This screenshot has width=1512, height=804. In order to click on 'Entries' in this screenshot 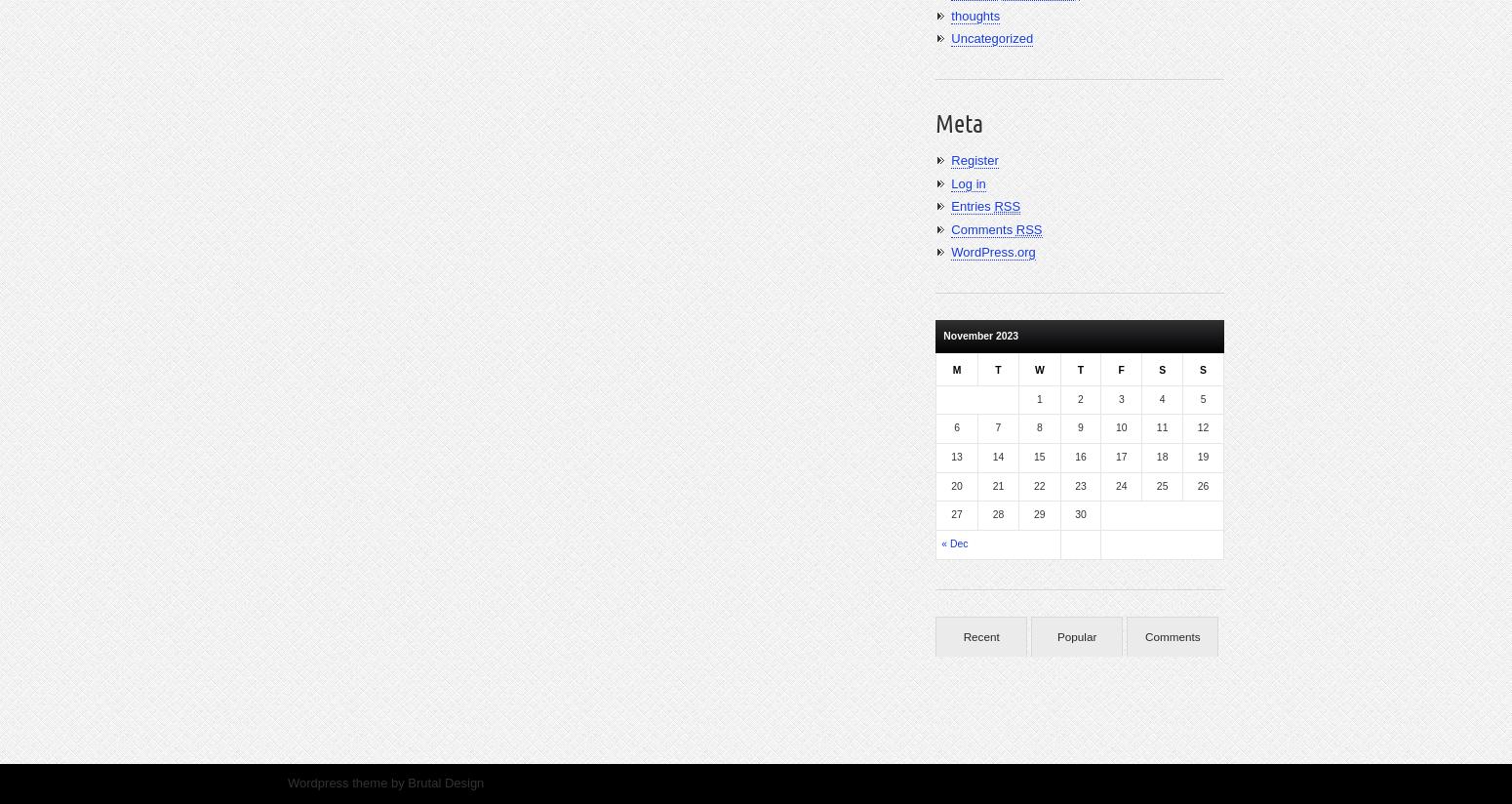, I will do `click(971, 205)`.